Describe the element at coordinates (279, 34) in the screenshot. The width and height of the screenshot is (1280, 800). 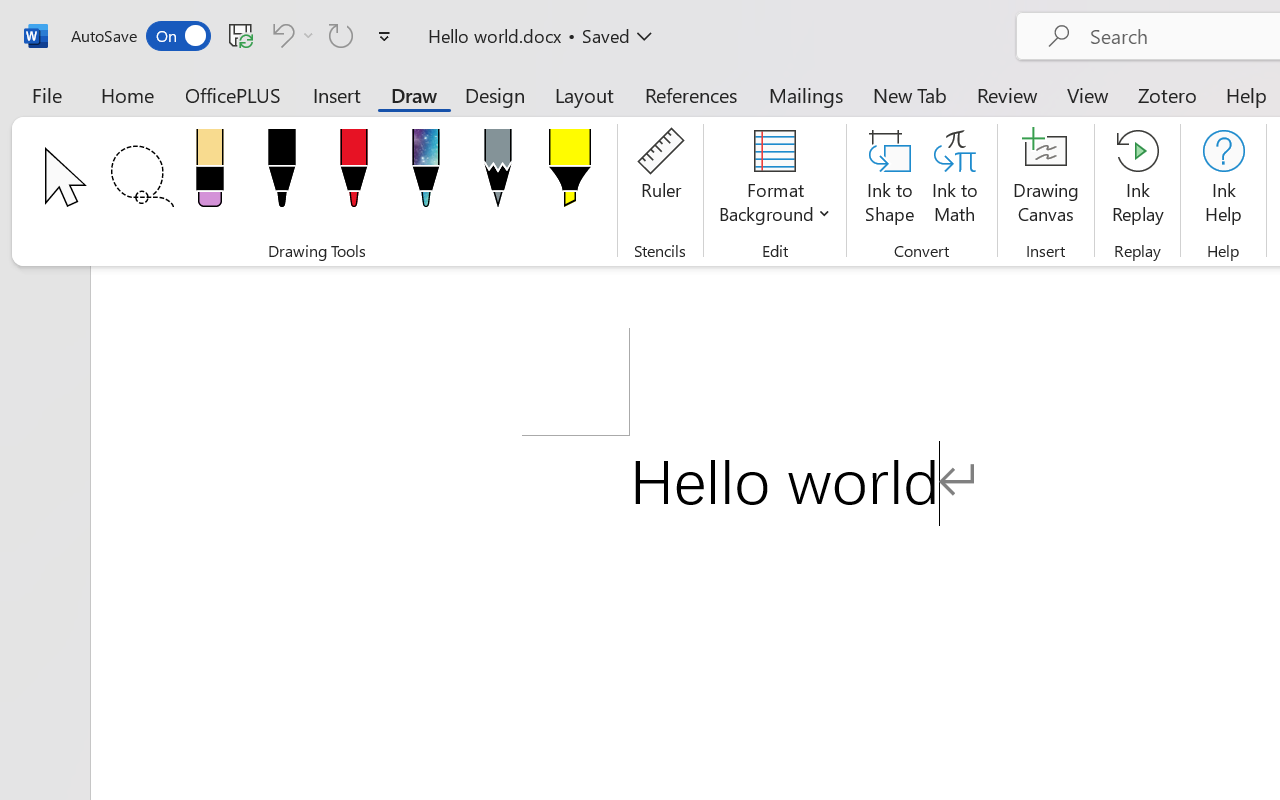
I see `'Can'` at that location.